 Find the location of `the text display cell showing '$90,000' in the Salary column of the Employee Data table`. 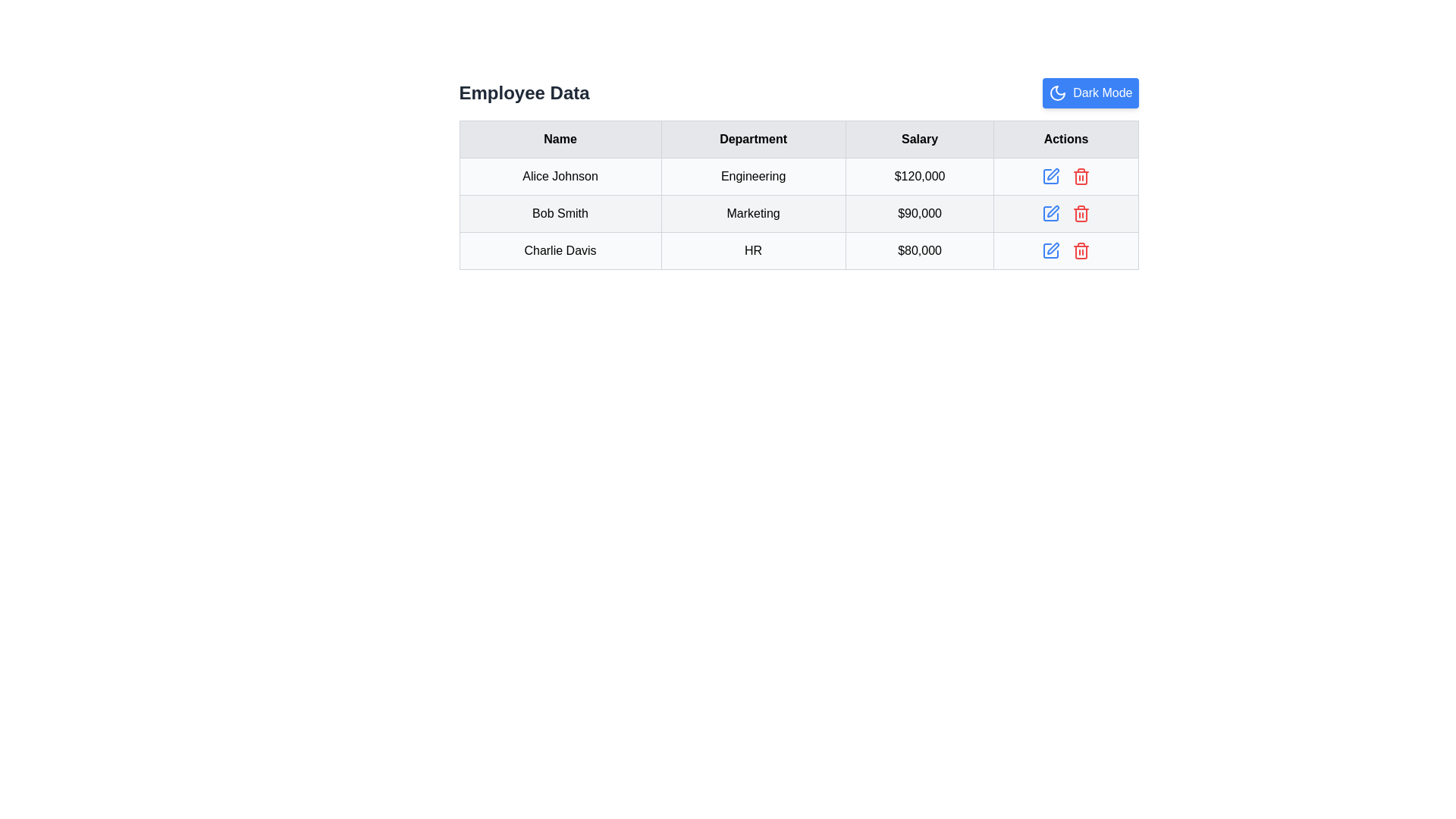

the text display cell showing '$90,000' in the Salary column of the Employee Data table is located at coordinates (919, 213).